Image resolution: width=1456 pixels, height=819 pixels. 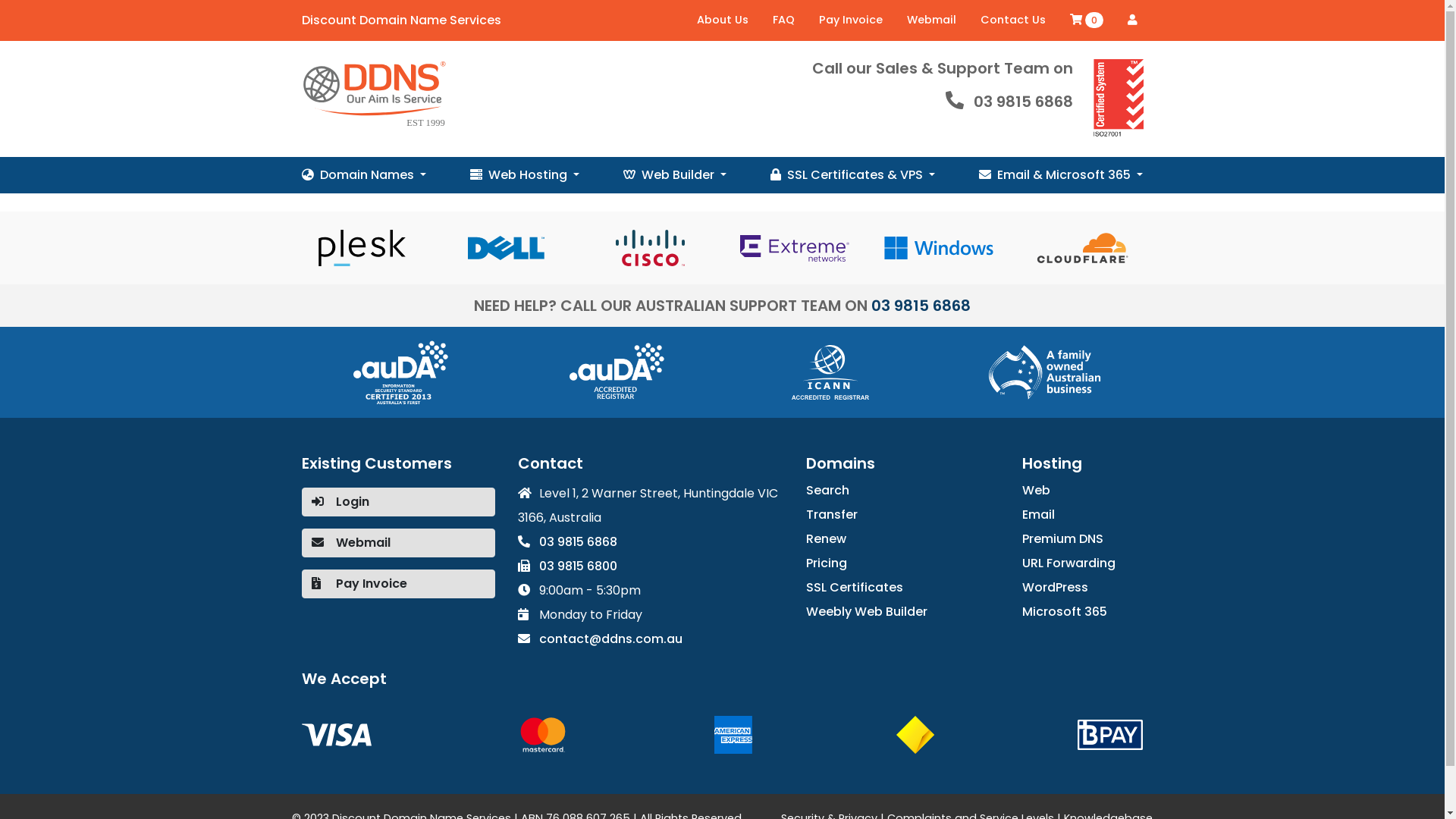 What do you see at coordinates (1081, 610) in the screenshot?
I see `'Microsoft 365'` at bounding box center [1081, 610].